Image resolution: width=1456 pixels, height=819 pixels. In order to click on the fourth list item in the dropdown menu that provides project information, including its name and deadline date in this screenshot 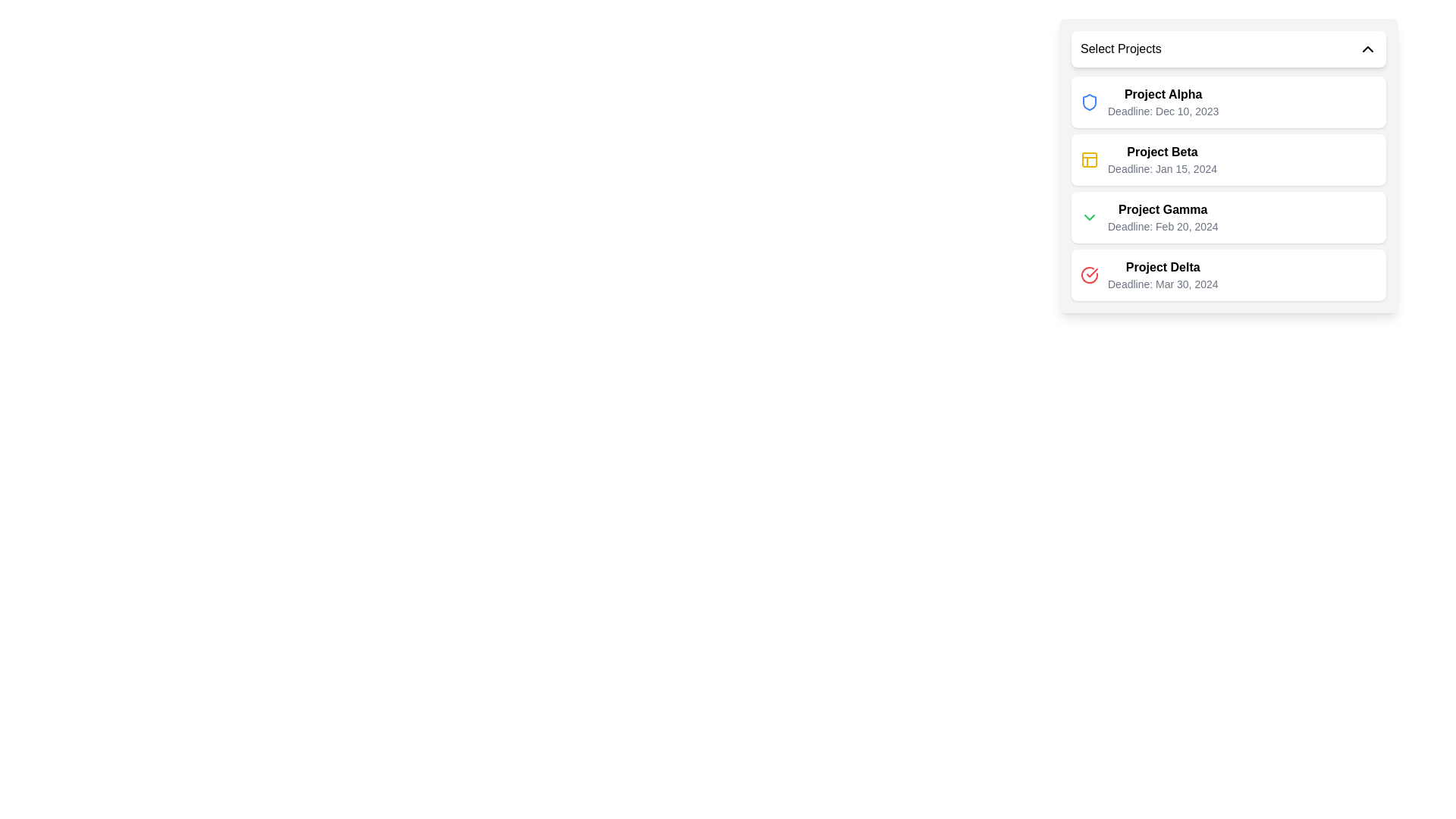, I will do `click(1228, 275)`.